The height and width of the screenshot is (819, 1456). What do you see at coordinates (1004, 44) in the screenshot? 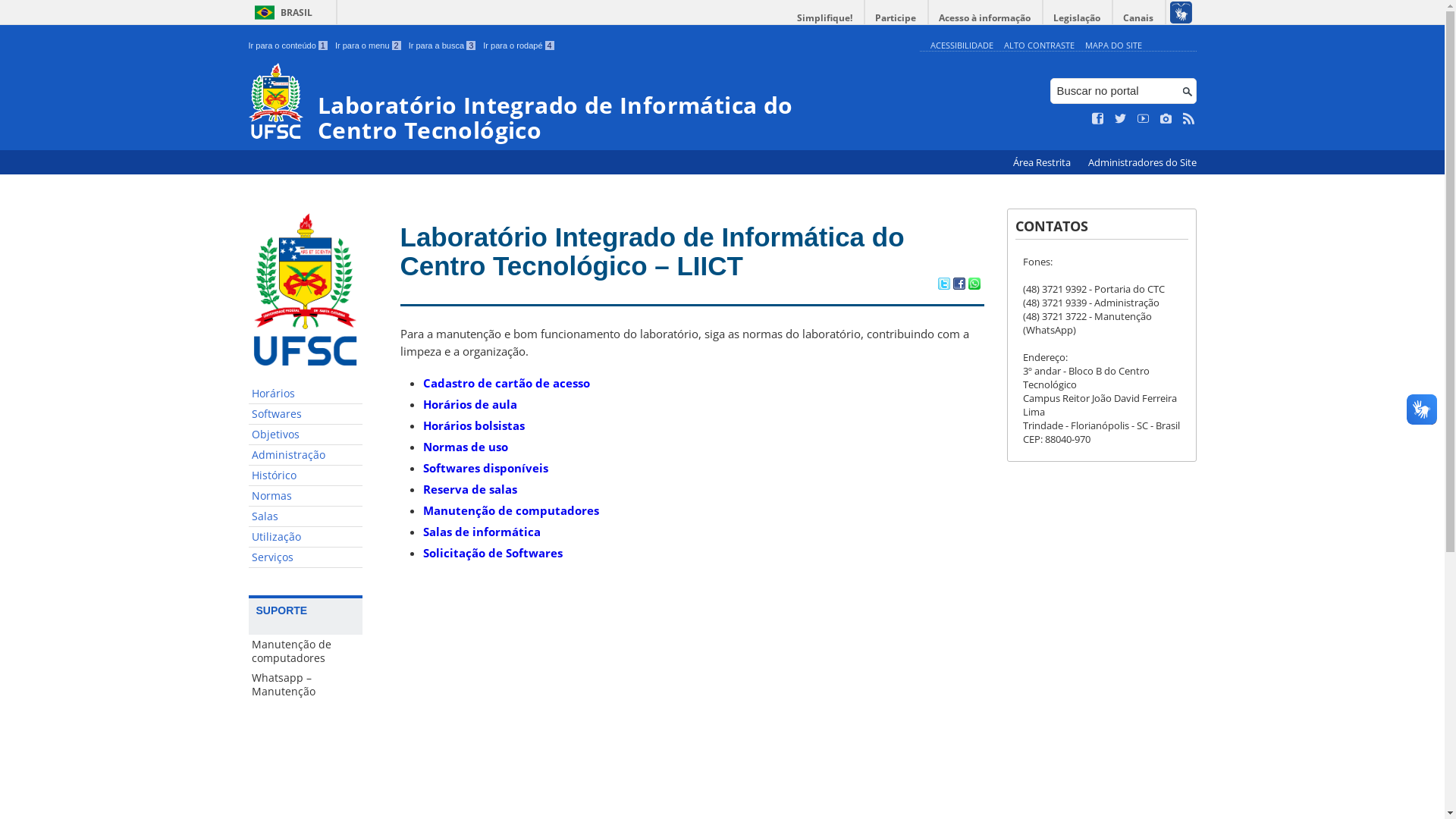
I see `'ALTO CONTRASTE'` at bounding box center [1004, 44].